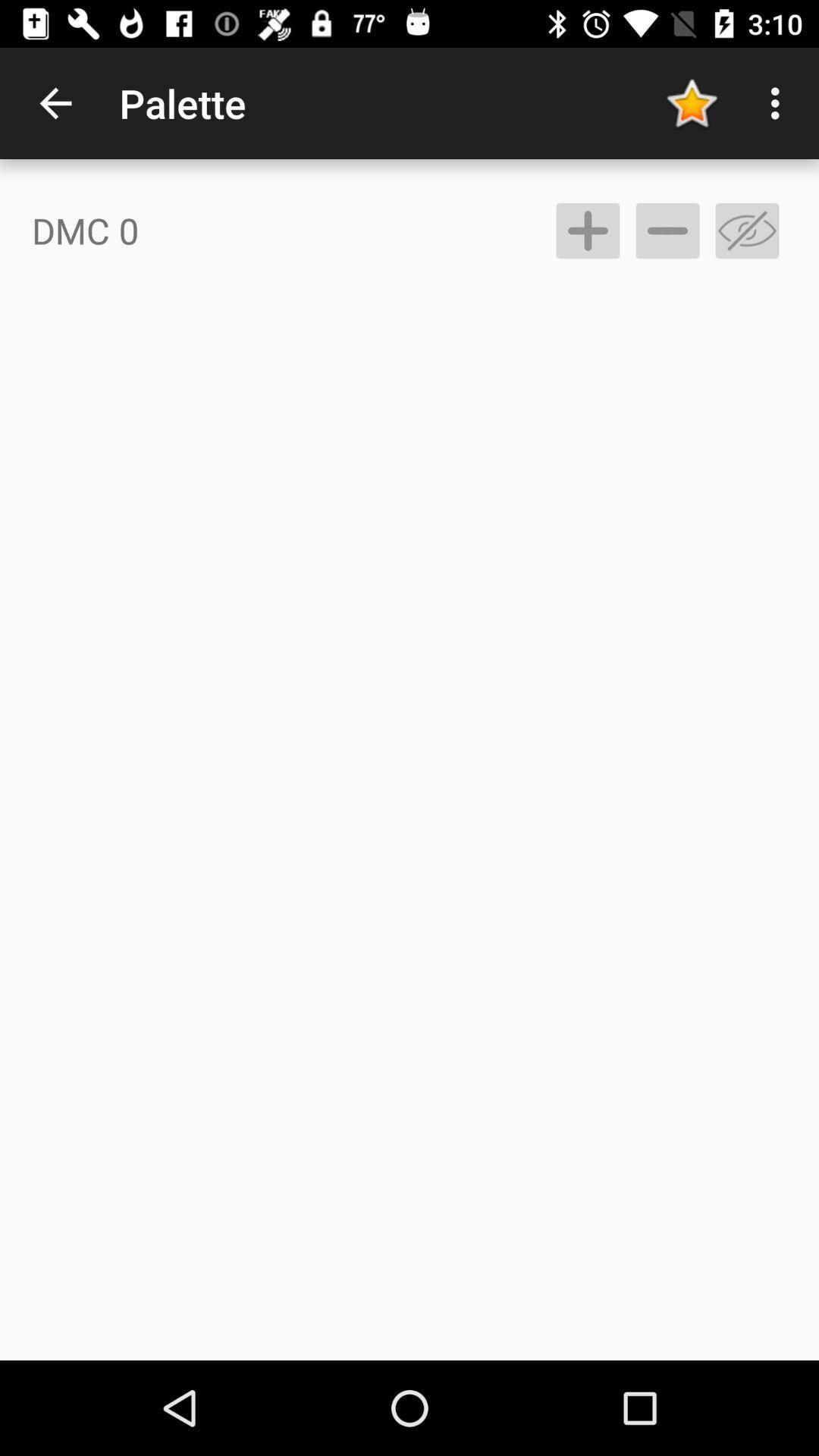 The height and width of the screenshot is (1456, 819). I want to click on the icon above the dmc 0, so click(55, 102).